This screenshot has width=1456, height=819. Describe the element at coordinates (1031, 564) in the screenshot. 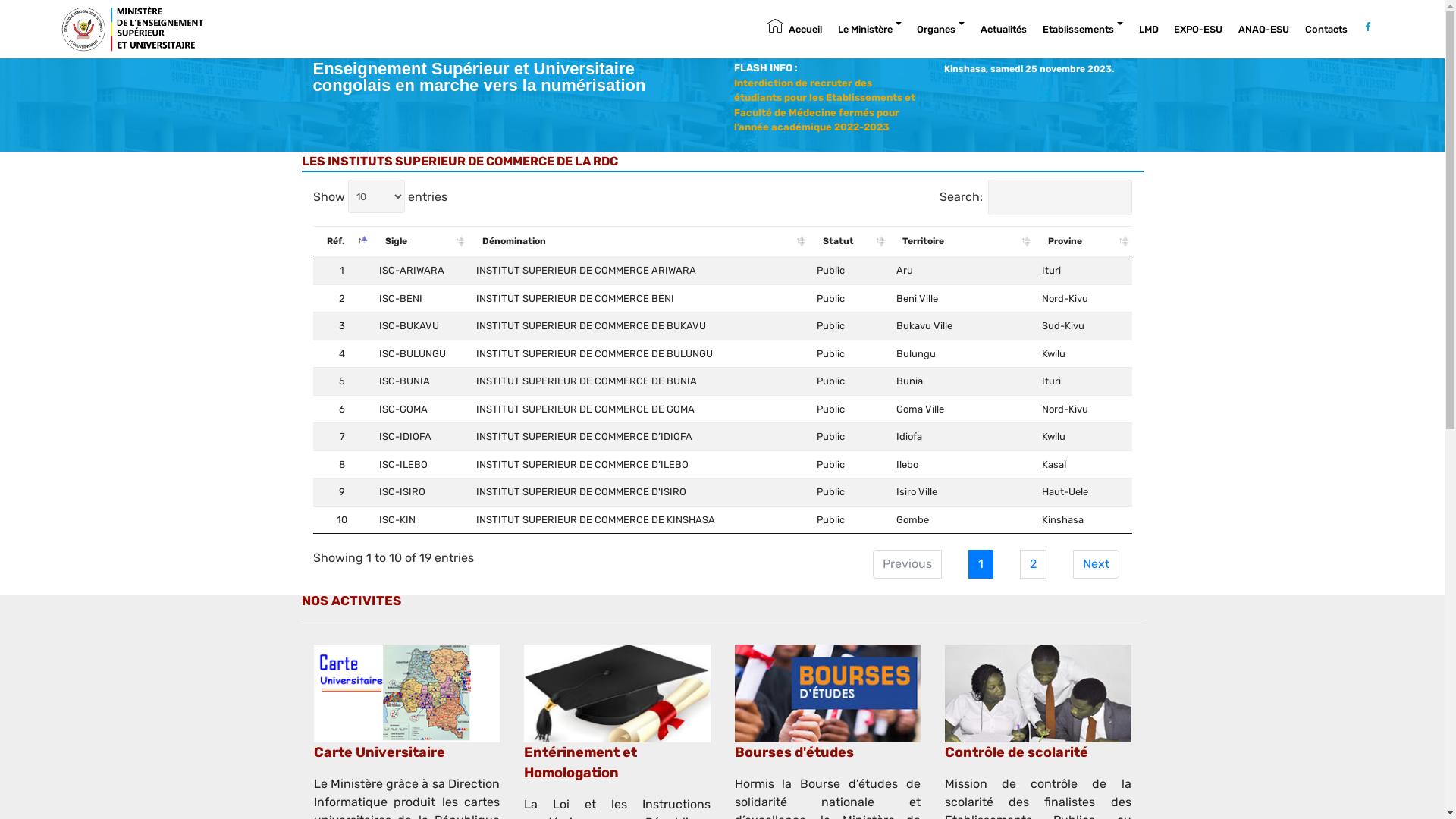

I see `'2'` at that location.